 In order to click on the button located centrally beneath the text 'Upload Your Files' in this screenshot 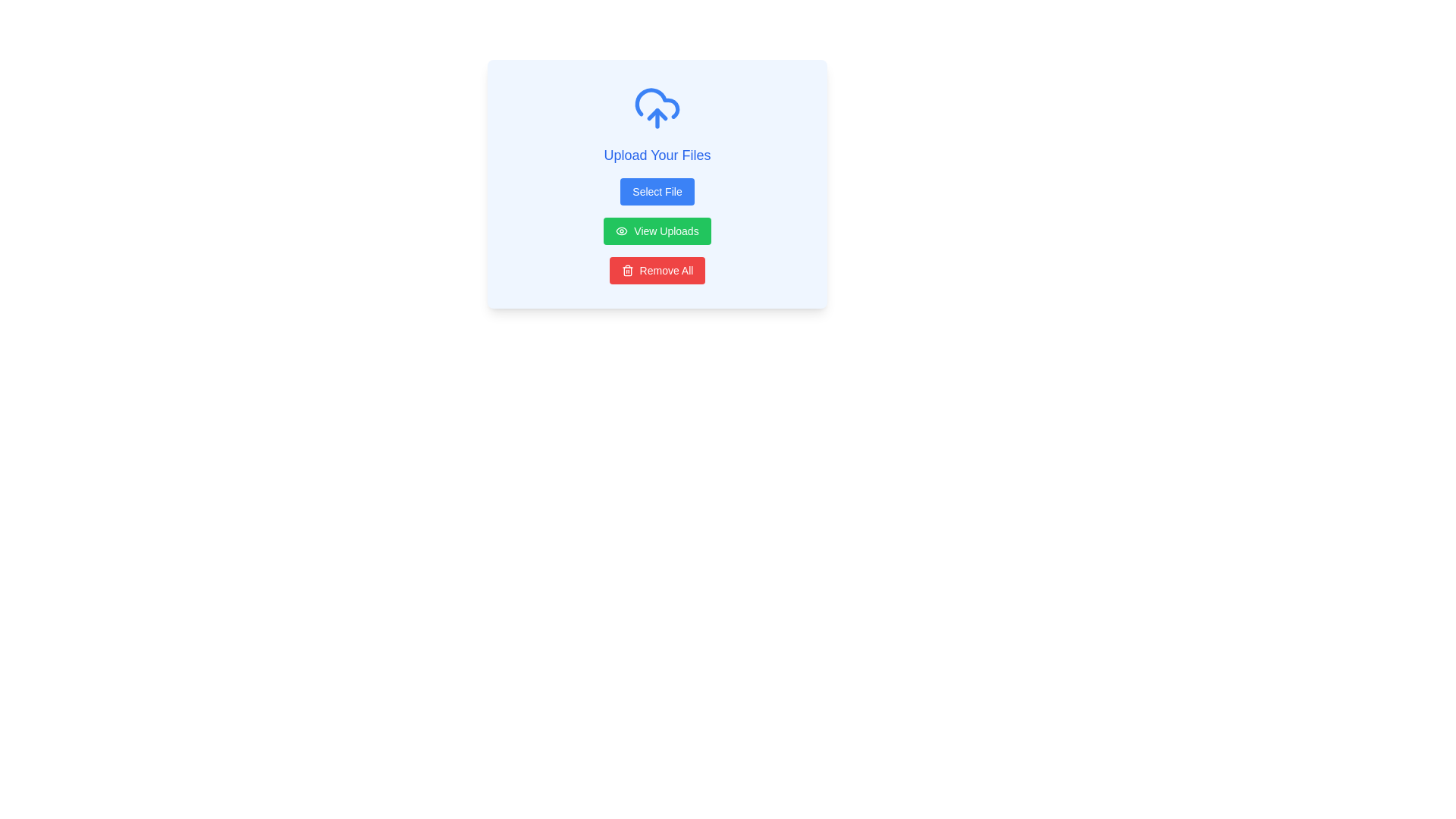, I will do `click(657, 184)`.